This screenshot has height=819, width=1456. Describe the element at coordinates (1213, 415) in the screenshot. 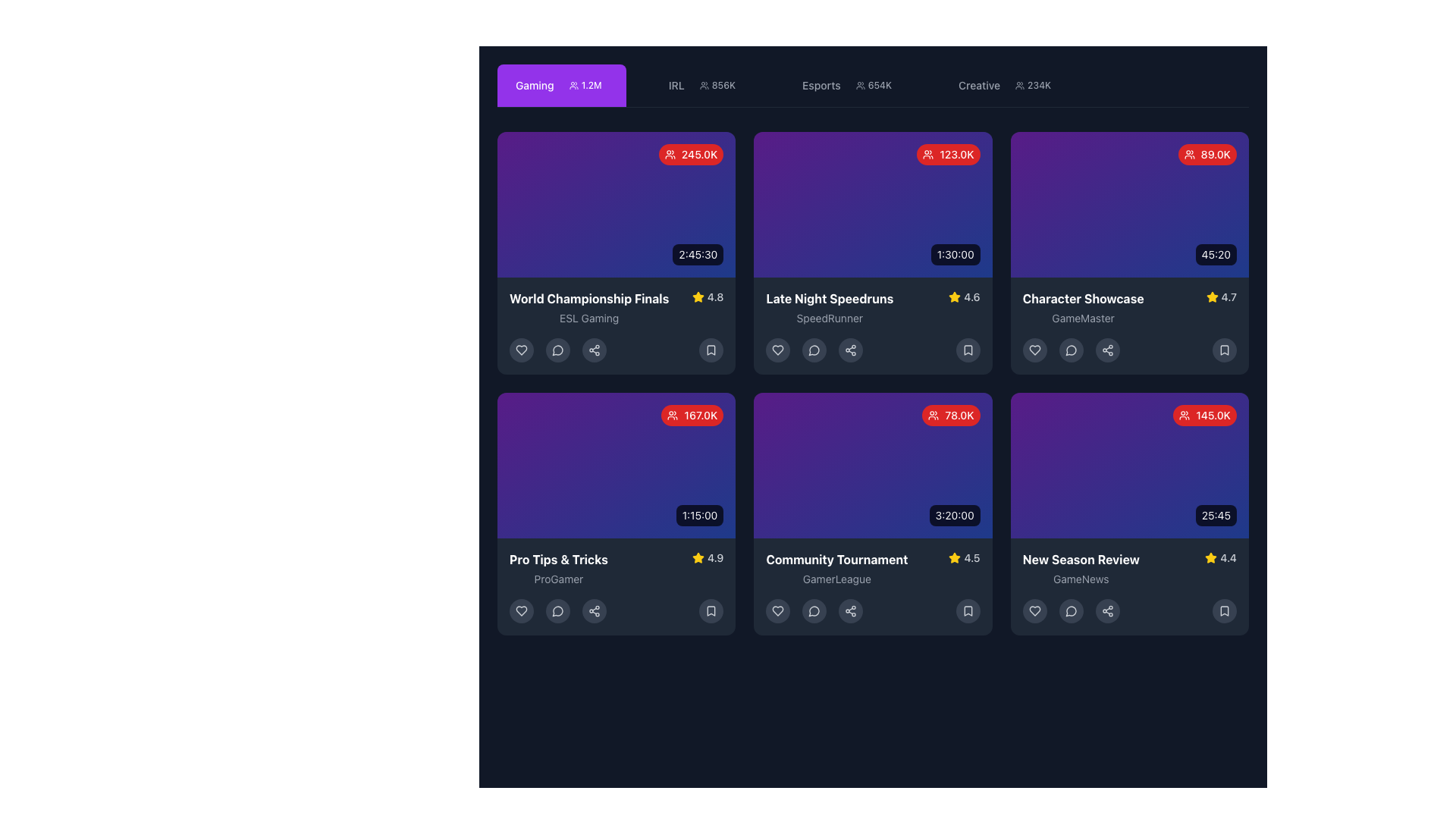

I see `value displayed in the text label located within a red rounded rectangle in the top-right corner of the lower-right card in the grid layout` at that location.